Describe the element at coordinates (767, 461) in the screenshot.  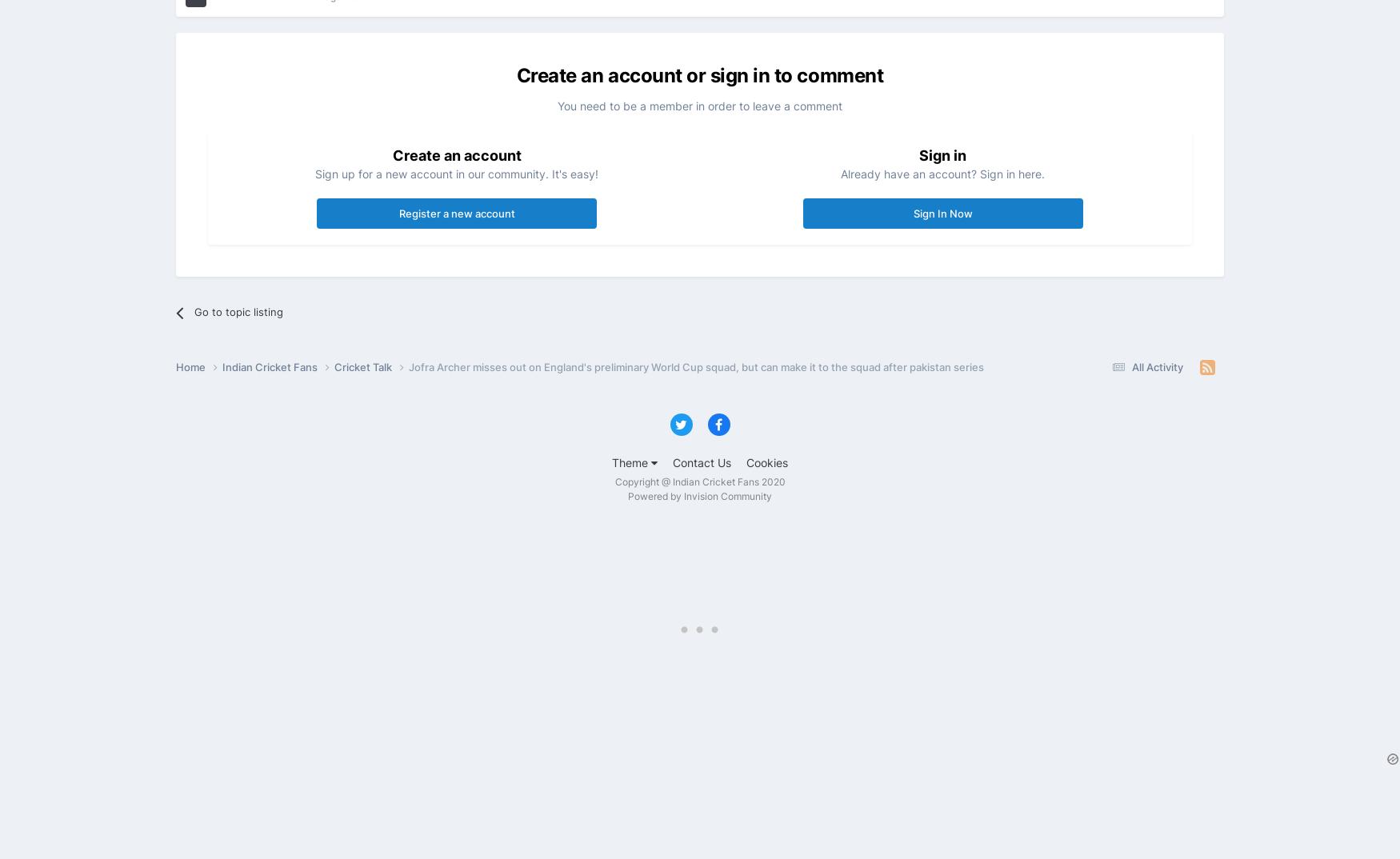
I see `'Cookies'` at that location.